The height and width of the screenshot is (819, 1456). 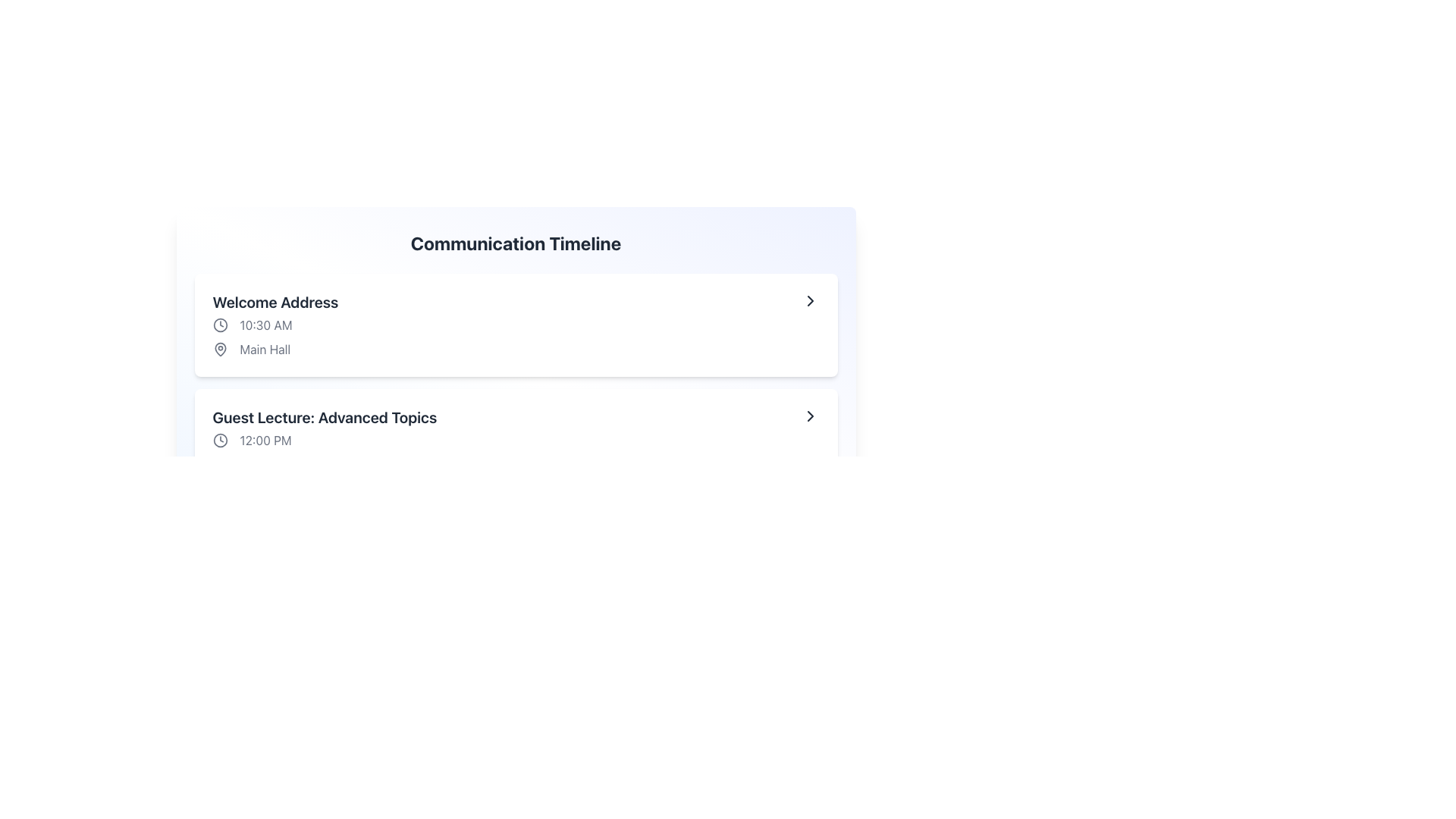 What do you see at coordinates (516, 324) in the screenshot?
I see `any clickable children like icons within the Information Card located in the first card of the scrollable timeline layout, positioned below the title 'Communication Timeline'` at bounding box center [516, 324].